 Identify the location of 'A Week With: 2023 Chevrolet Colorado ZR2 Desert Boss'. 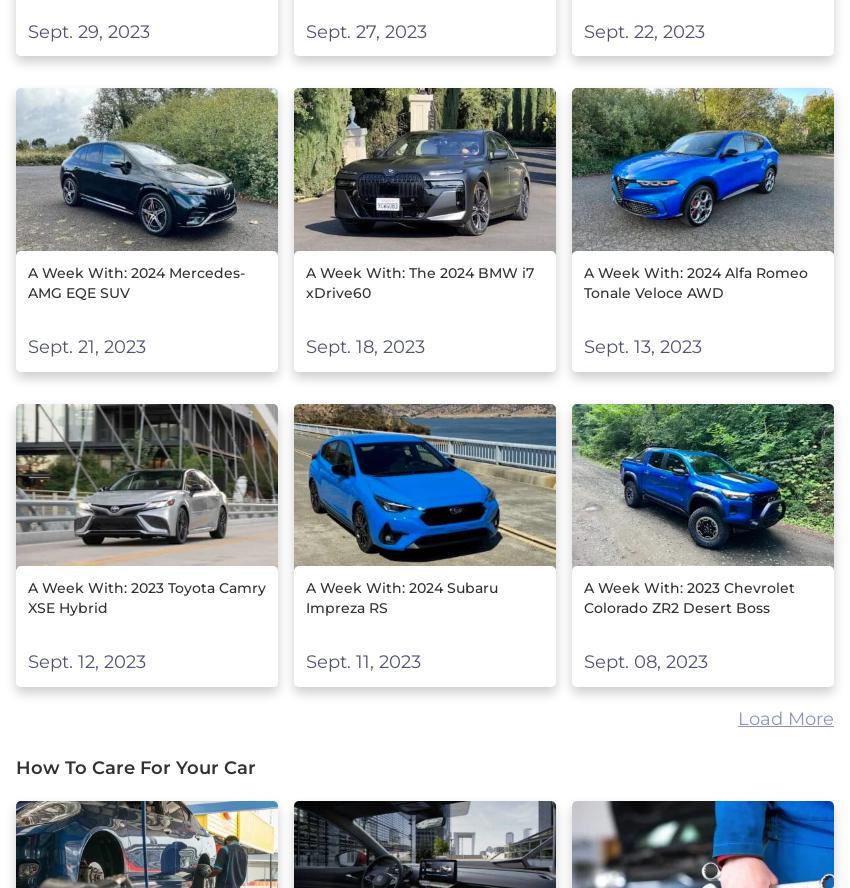
(687, 597).